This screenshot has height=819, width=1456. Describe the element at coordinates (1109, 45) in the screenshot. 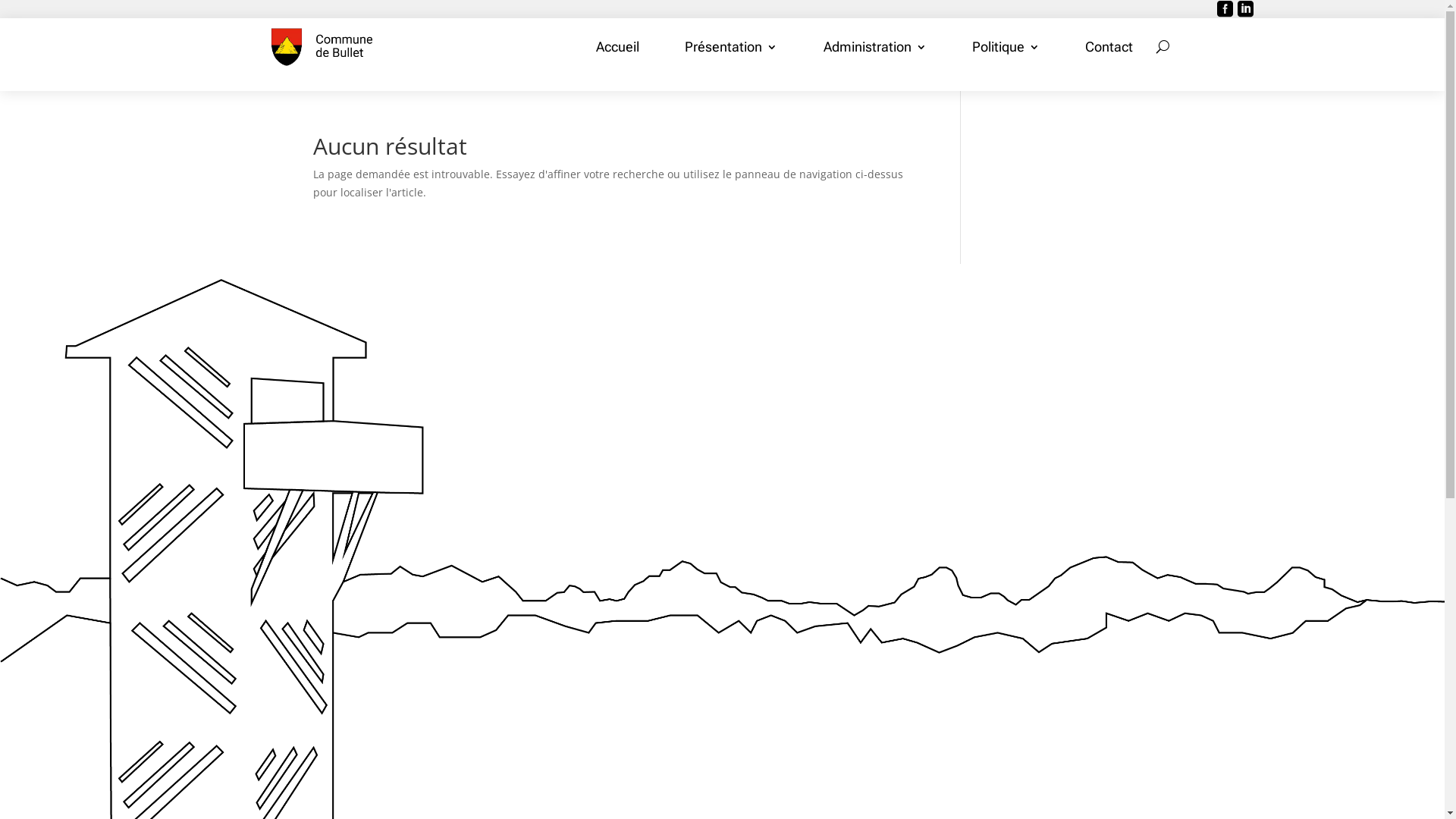

I see `'Contact'` at that location.